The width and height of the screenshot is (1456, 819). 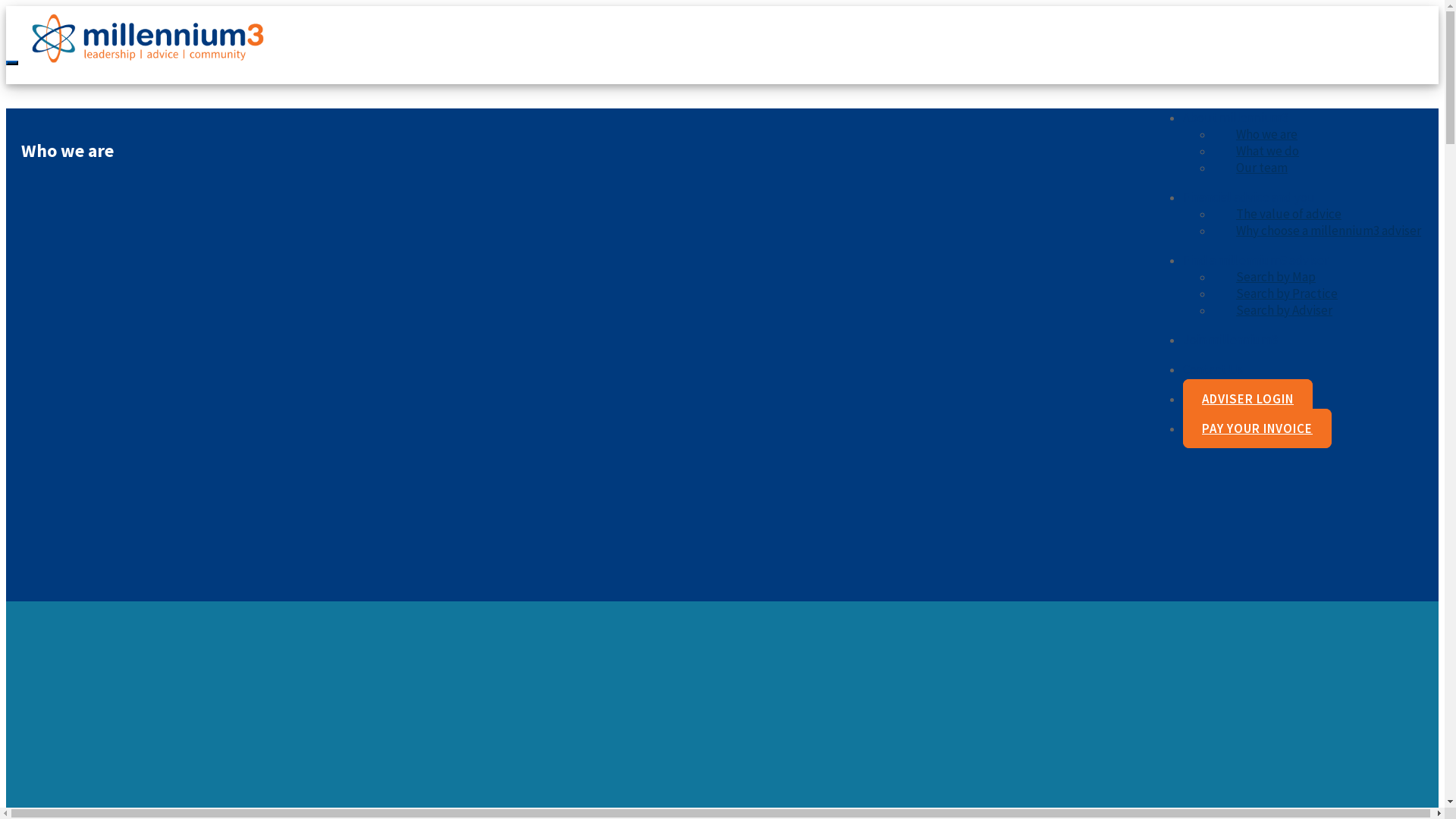 I want to click on 'Find a millennium3 adviser', so click(x=1256, y=259).